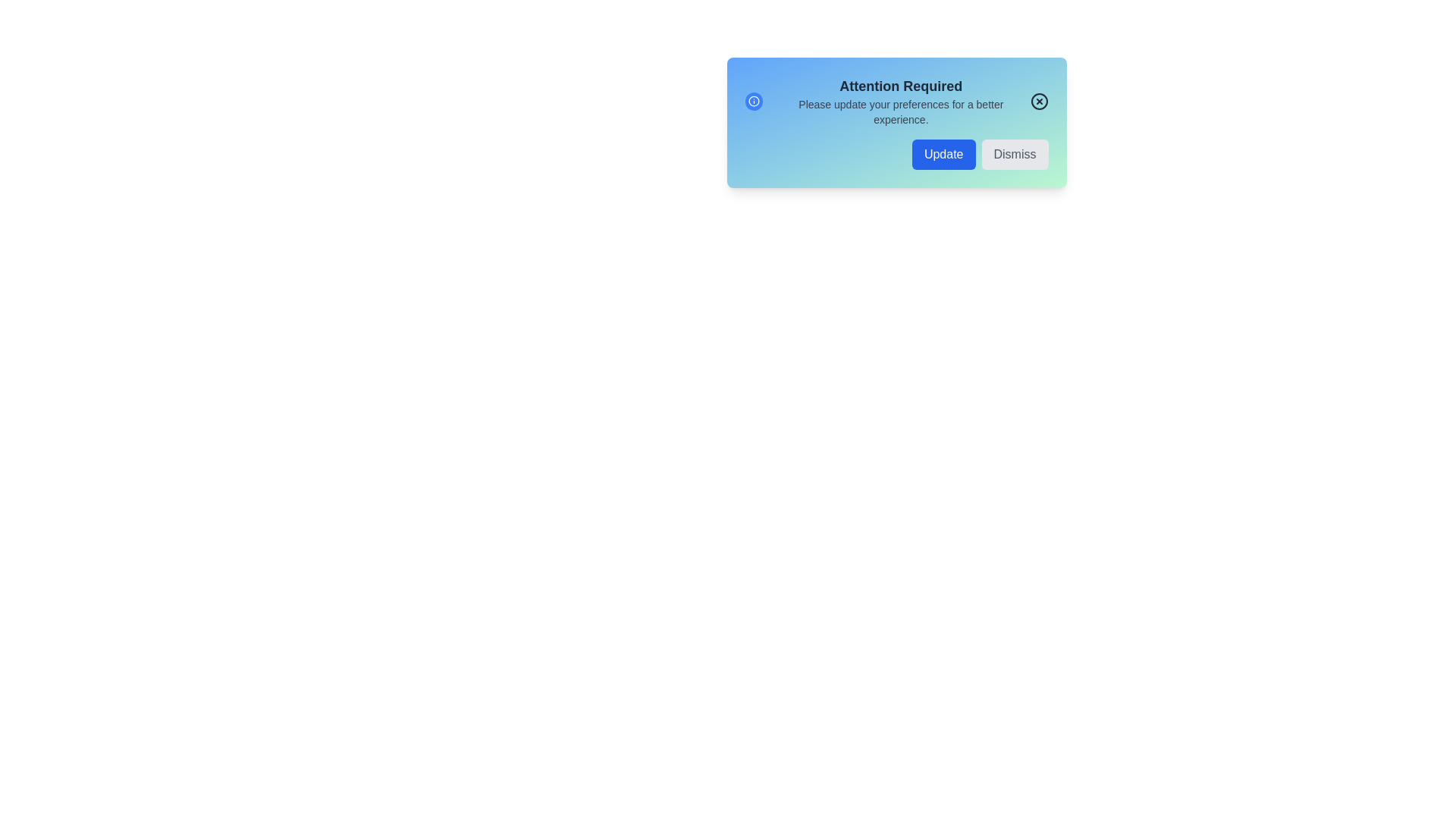 This screenshot has width=1456, height=819. What do you see at coordinates (1038, 102) in the screenshot?
I see `the close icon to hide the notification` at bounding box center [1038, 102].